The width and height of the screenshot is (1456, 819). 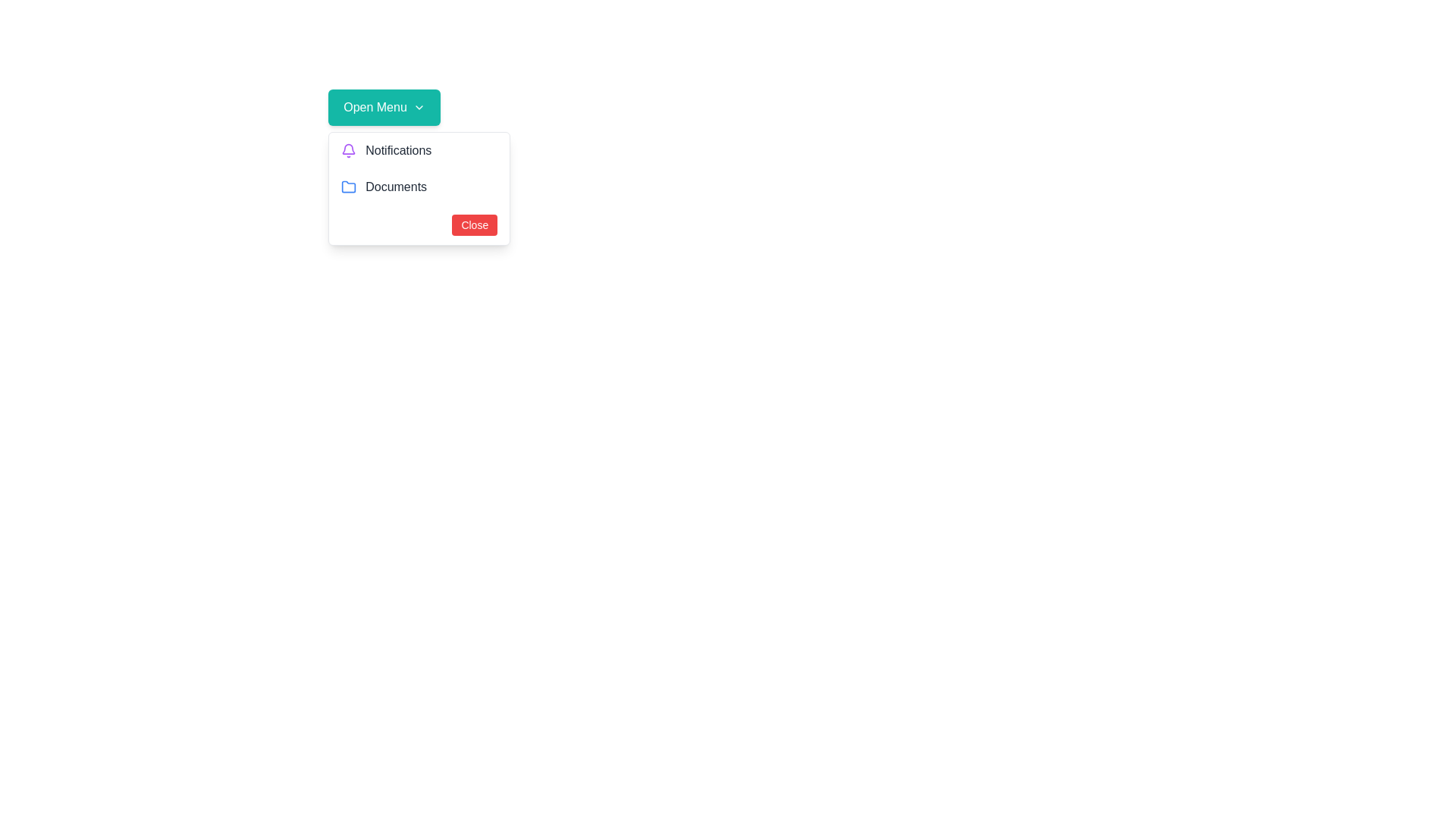 What do you see at coordinates (419, 186) in the screenshot?
I see `the 'Documents' menu item in the vertical popup menu` at bounding box center [419, 186].